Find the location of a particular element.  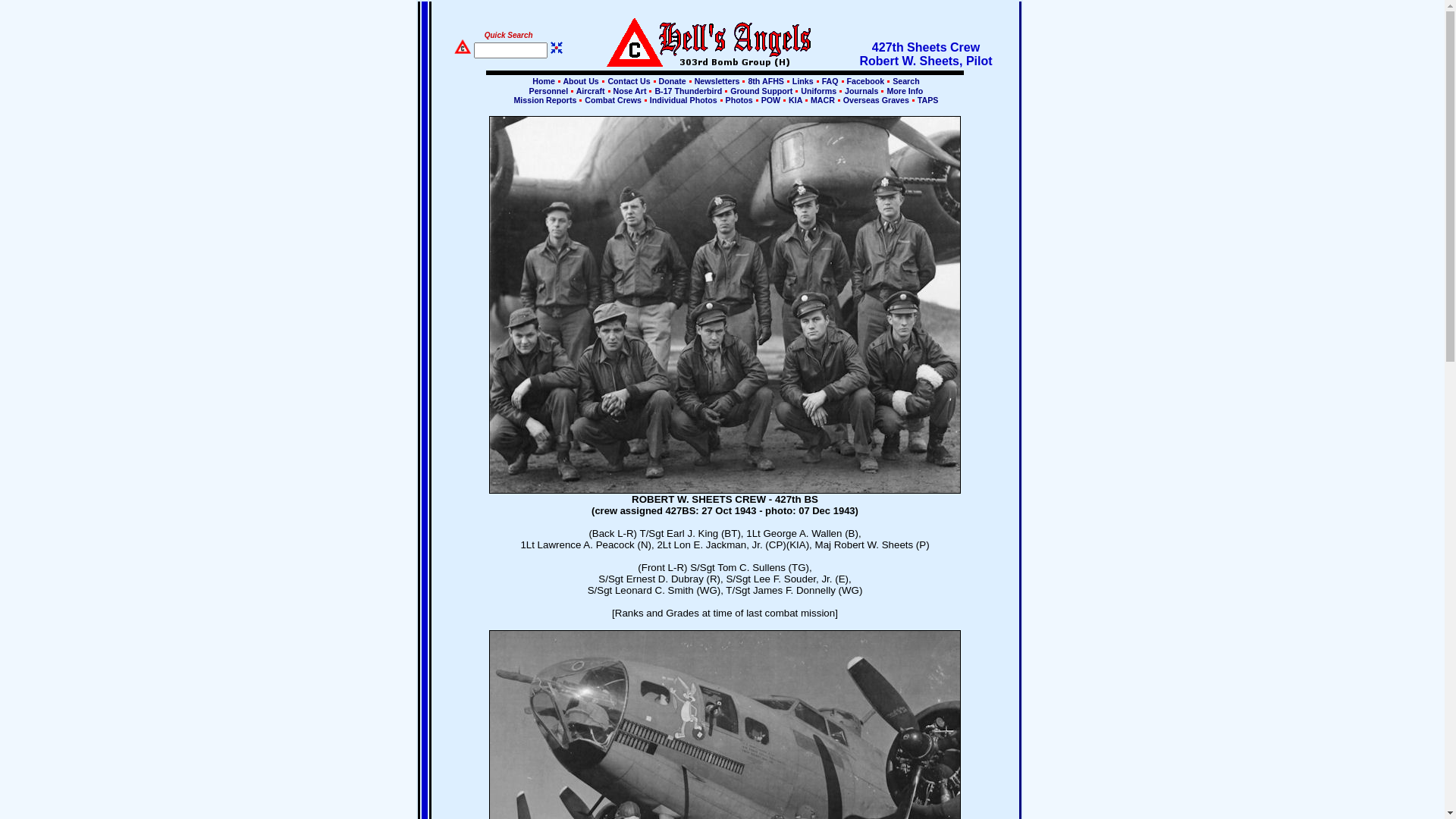

'Combat Crews' is located at coordinates (613, 99).